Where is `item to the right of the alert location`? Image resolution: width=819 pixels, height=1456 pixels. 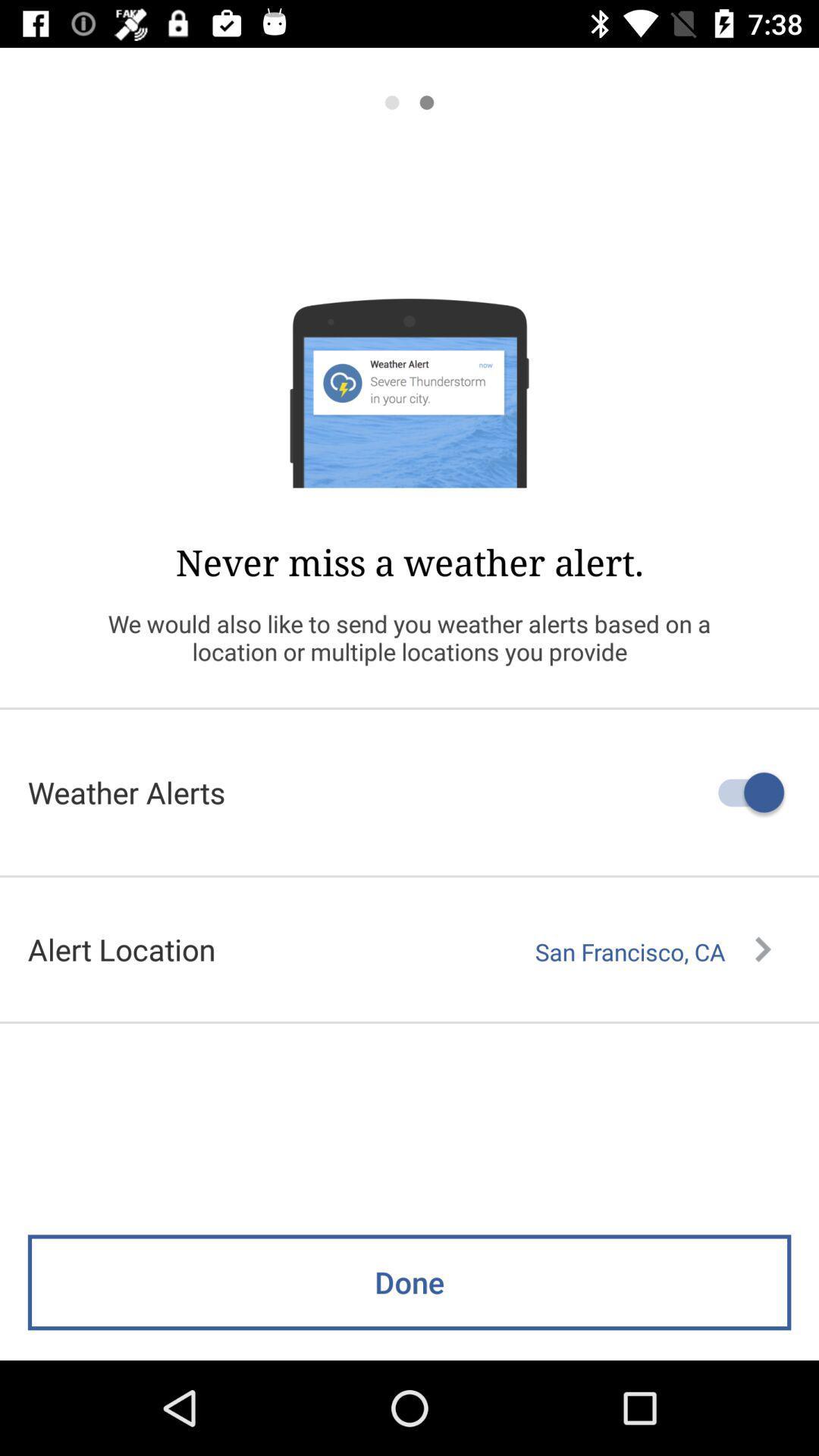 item to the right of the alert location is located at coordinates (652, 951).